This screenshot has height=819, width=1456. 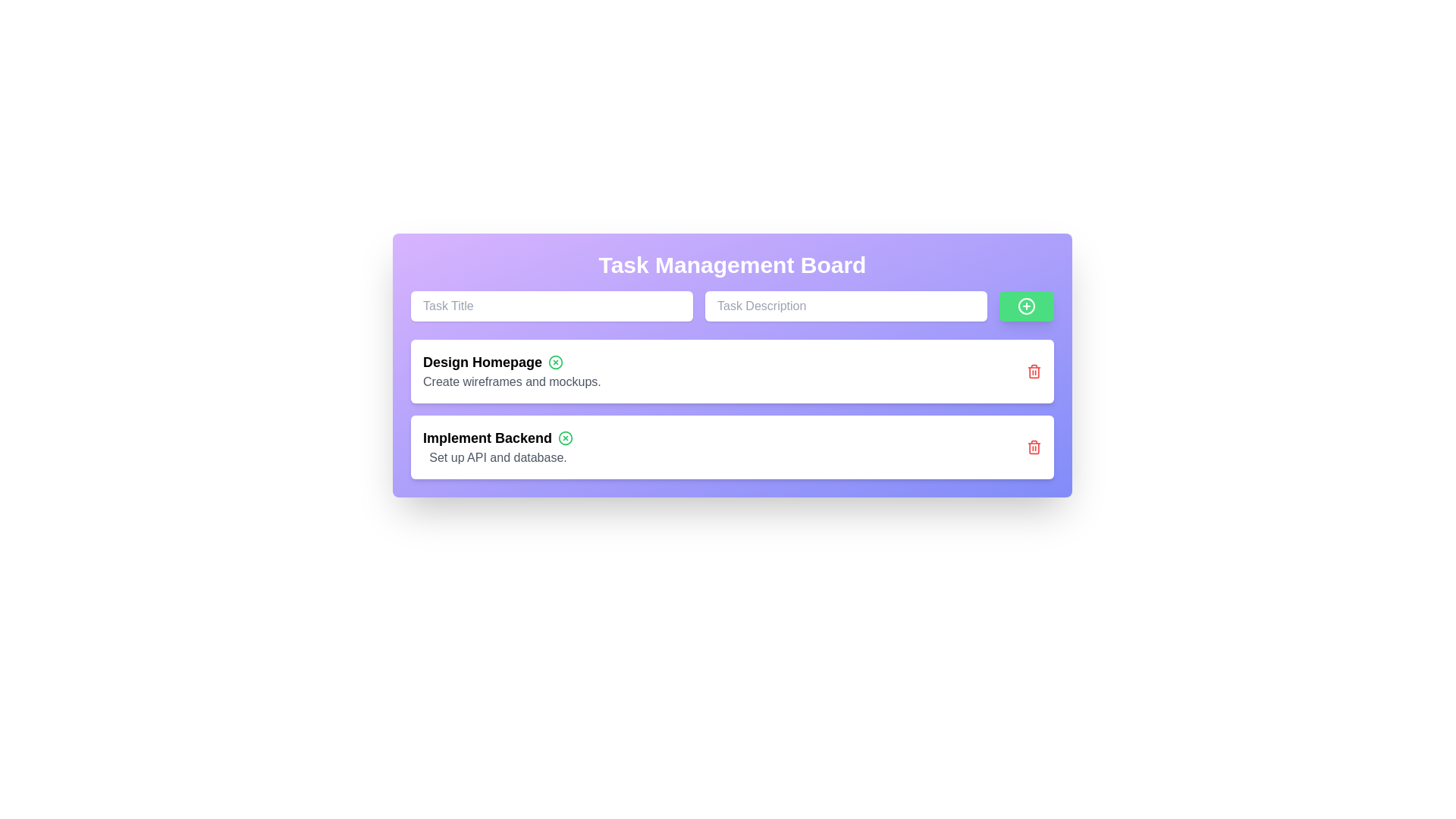 What do you see at coordinates (565, 438) in the screenshot?
I see `the SVG circle element that represents the delete button for the task 'Implement Backend' located in the top-right part of the section` at bounding box center [565, 438].